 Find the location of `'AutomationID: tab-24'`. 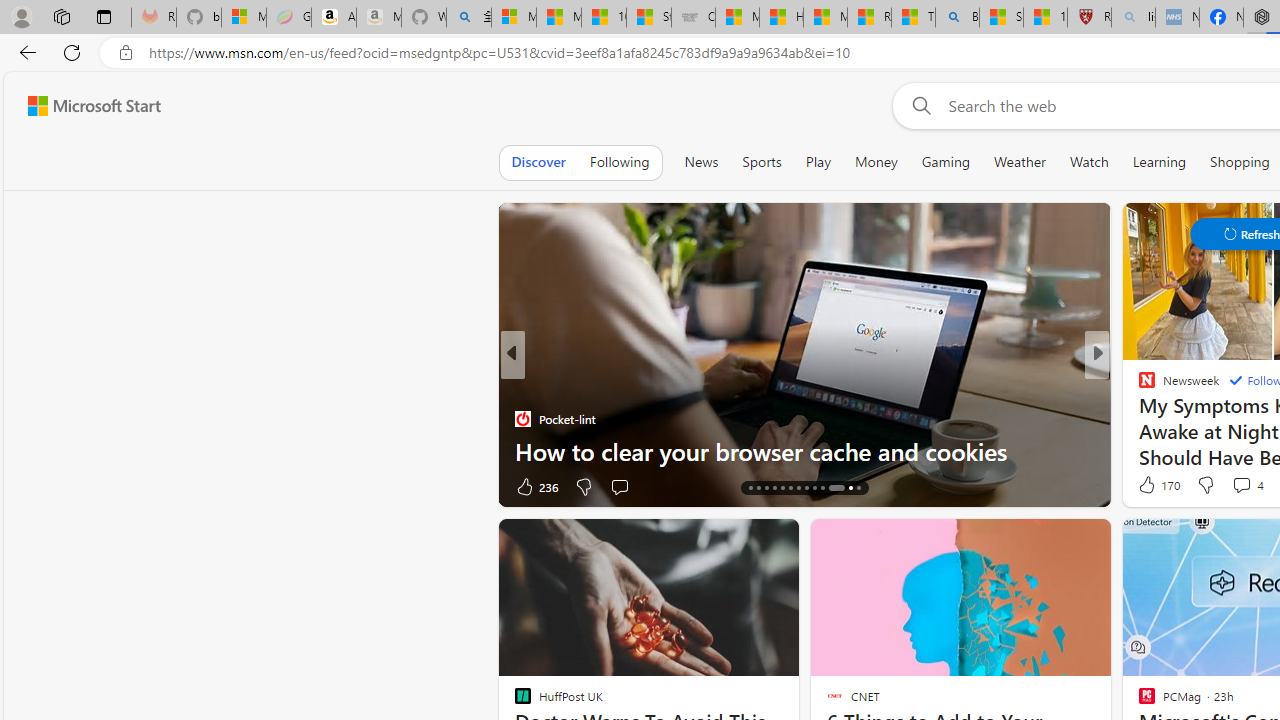

'AutomationID: tab-24' is located at coordinates (830, 488).